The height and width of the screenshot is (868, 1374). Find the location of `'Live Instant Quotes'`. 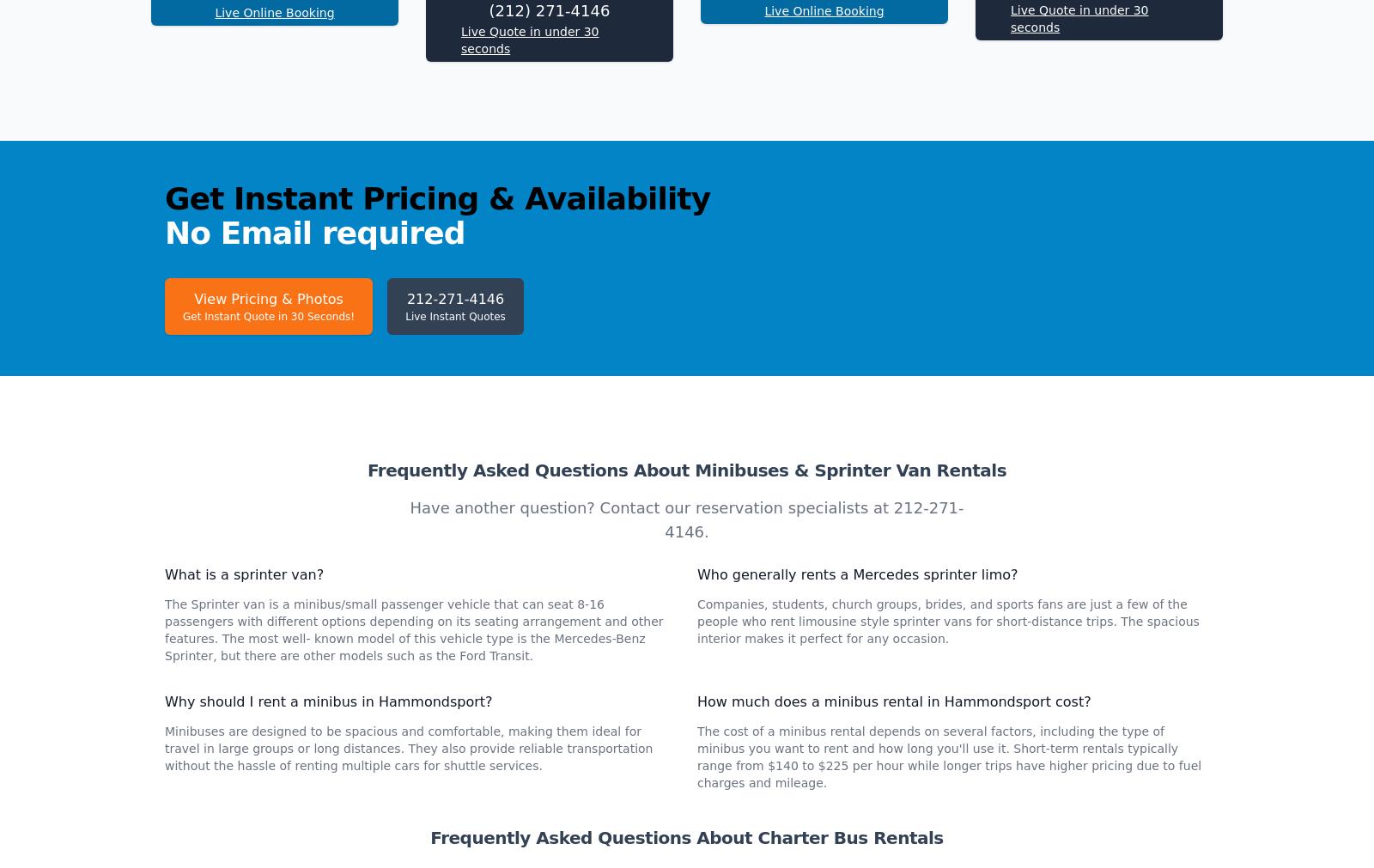

'Live Instant Quotes' is located at coordinates (453, 545).